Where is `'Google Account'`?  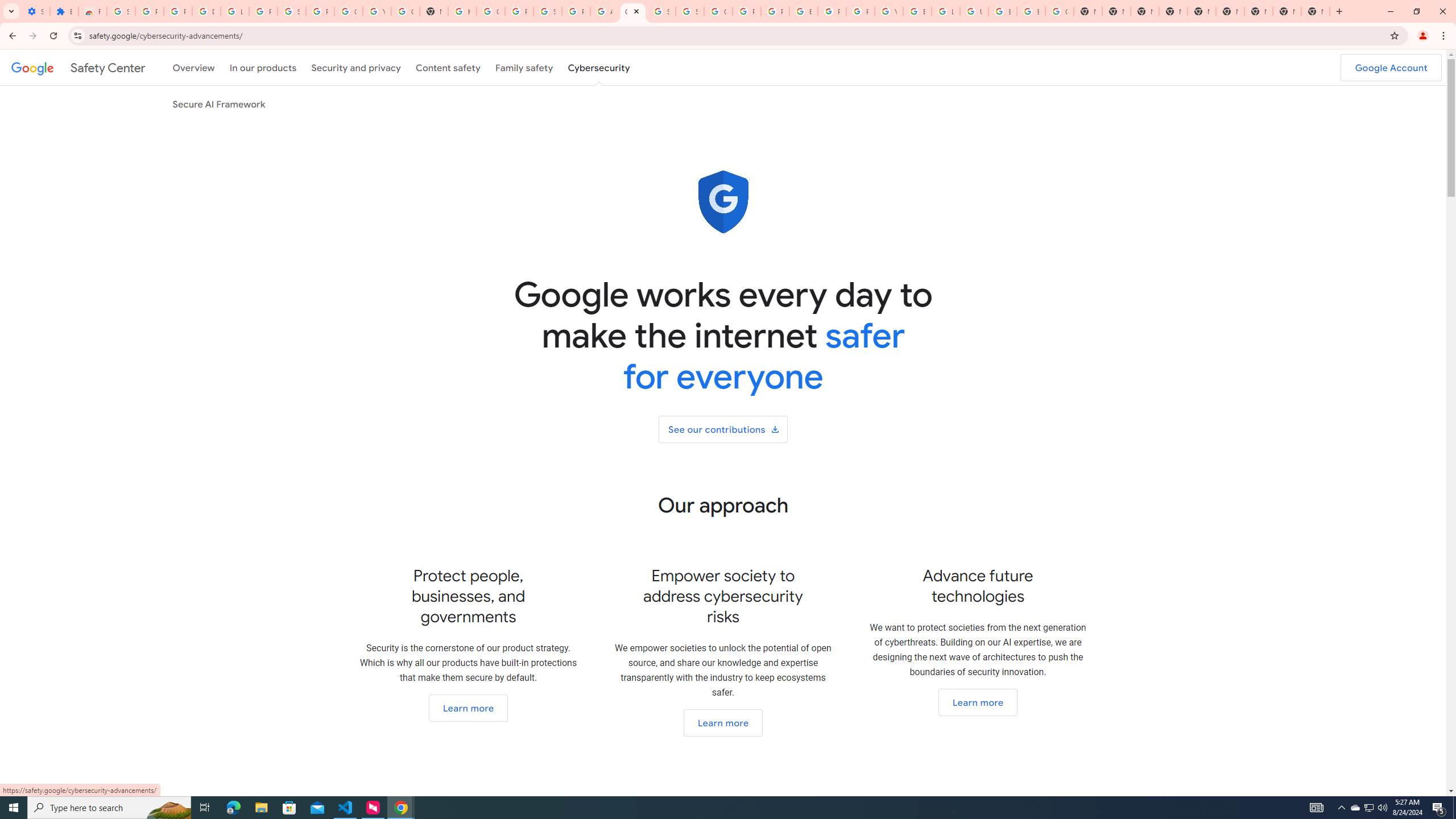
'Google Account' is located at coordinates (1391, 67).